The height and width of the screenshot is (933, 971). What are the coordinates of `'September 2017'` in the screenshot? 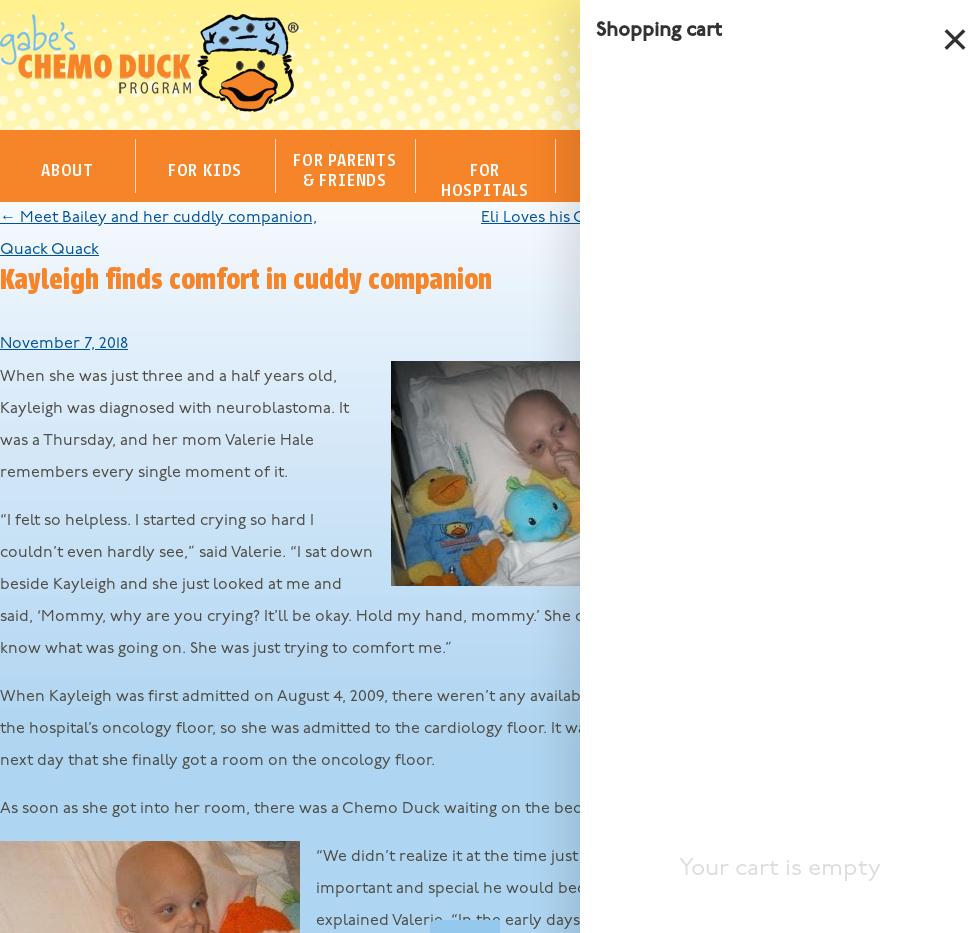 It's located at (789, 910).